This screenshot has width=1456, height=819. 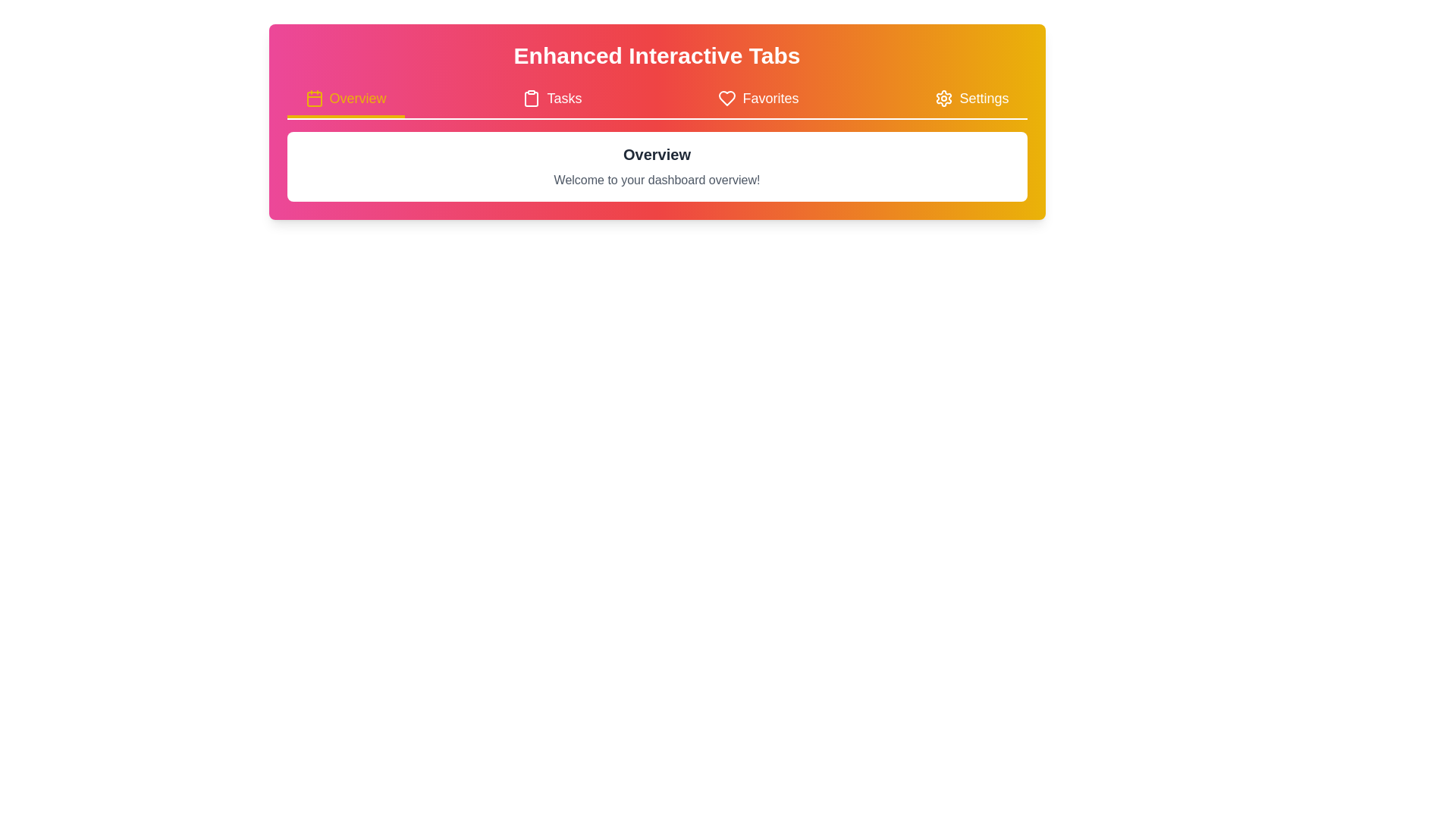 What do you see at coordinates (345, 99) in the screenshot?
I see `the 'Overview' button, which is the first tab` at bounding box center [345, 99].